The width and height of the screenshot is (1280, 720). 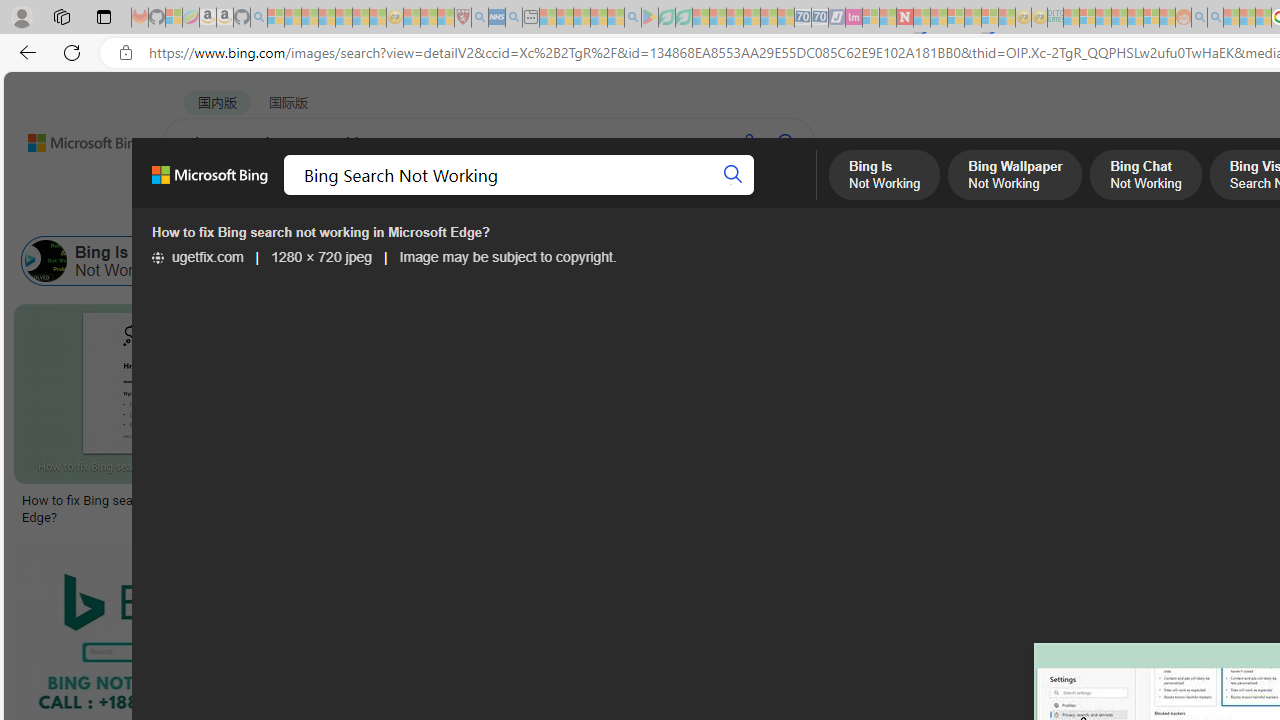 What do you see at coordinates (853, 17) in the screenshot?
I see `'Jobs - lastminute.com Investor Portal - Sleeping'` at bounding box center [853, 17].